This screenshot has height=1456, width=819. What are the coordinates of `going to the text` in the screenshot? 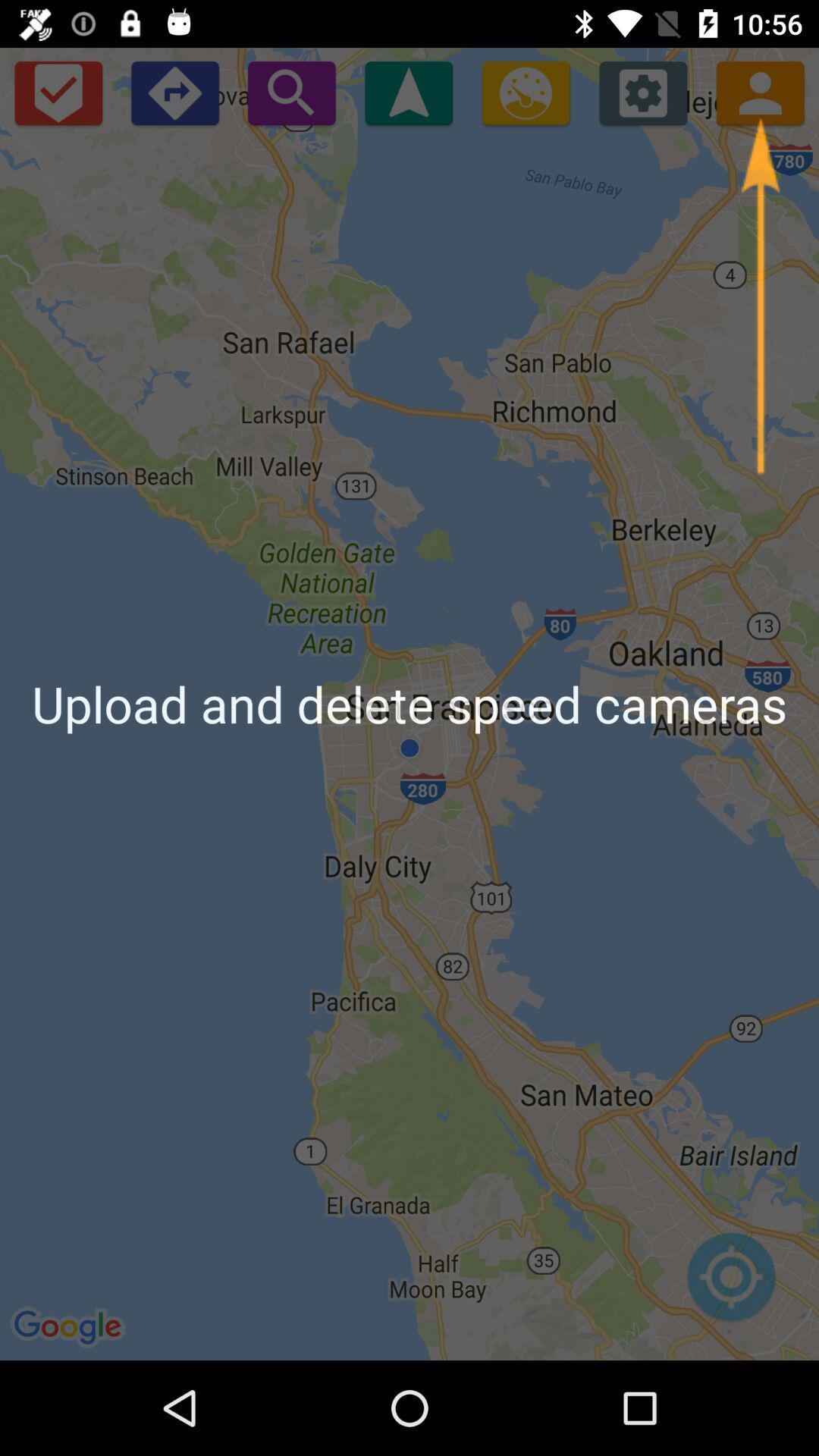 It's located at (408, 92).